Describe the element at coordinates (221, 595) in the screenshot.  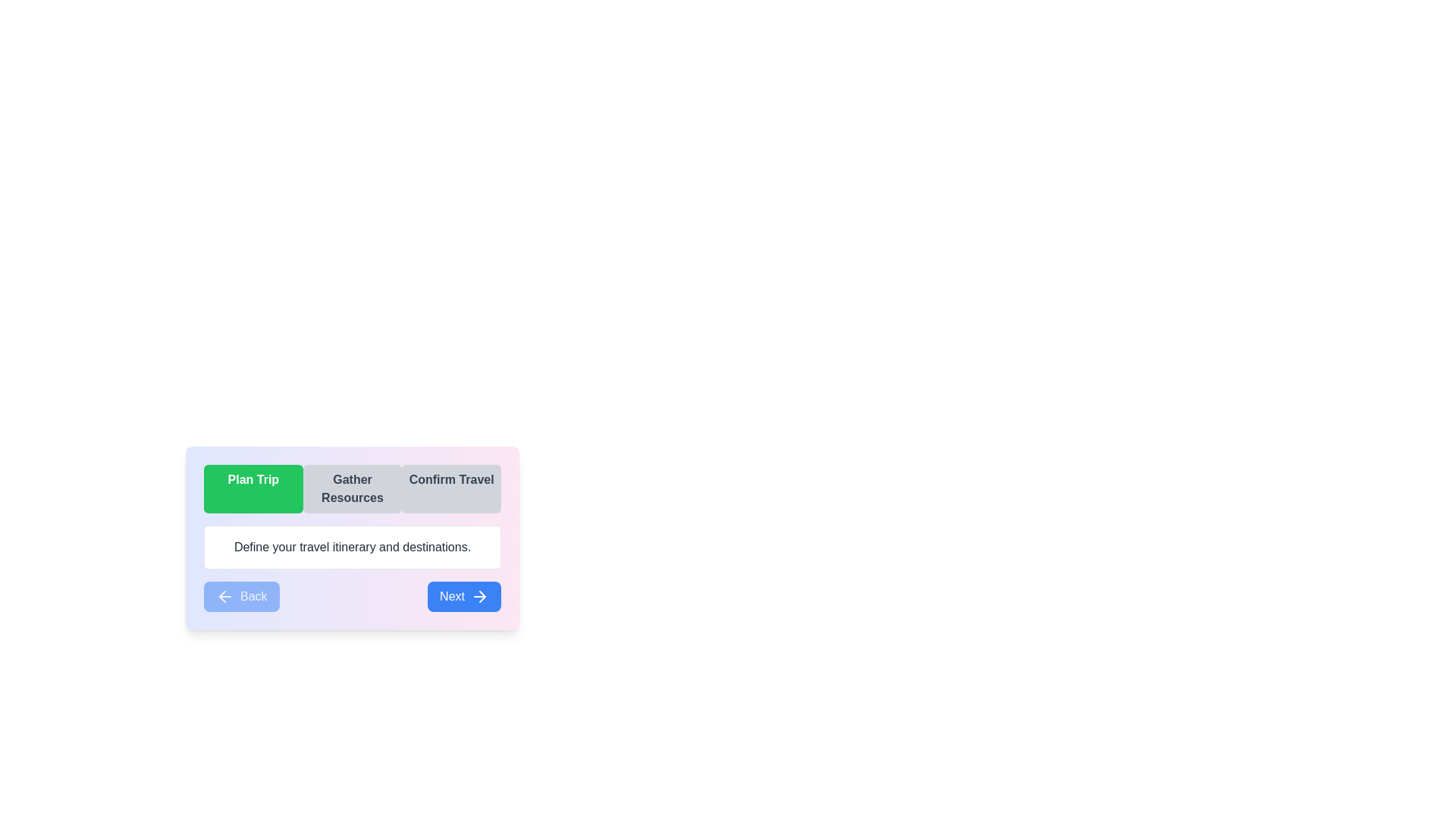
I see `the 'Back' button which contains the left arrow icon for backward navigation` at that location.